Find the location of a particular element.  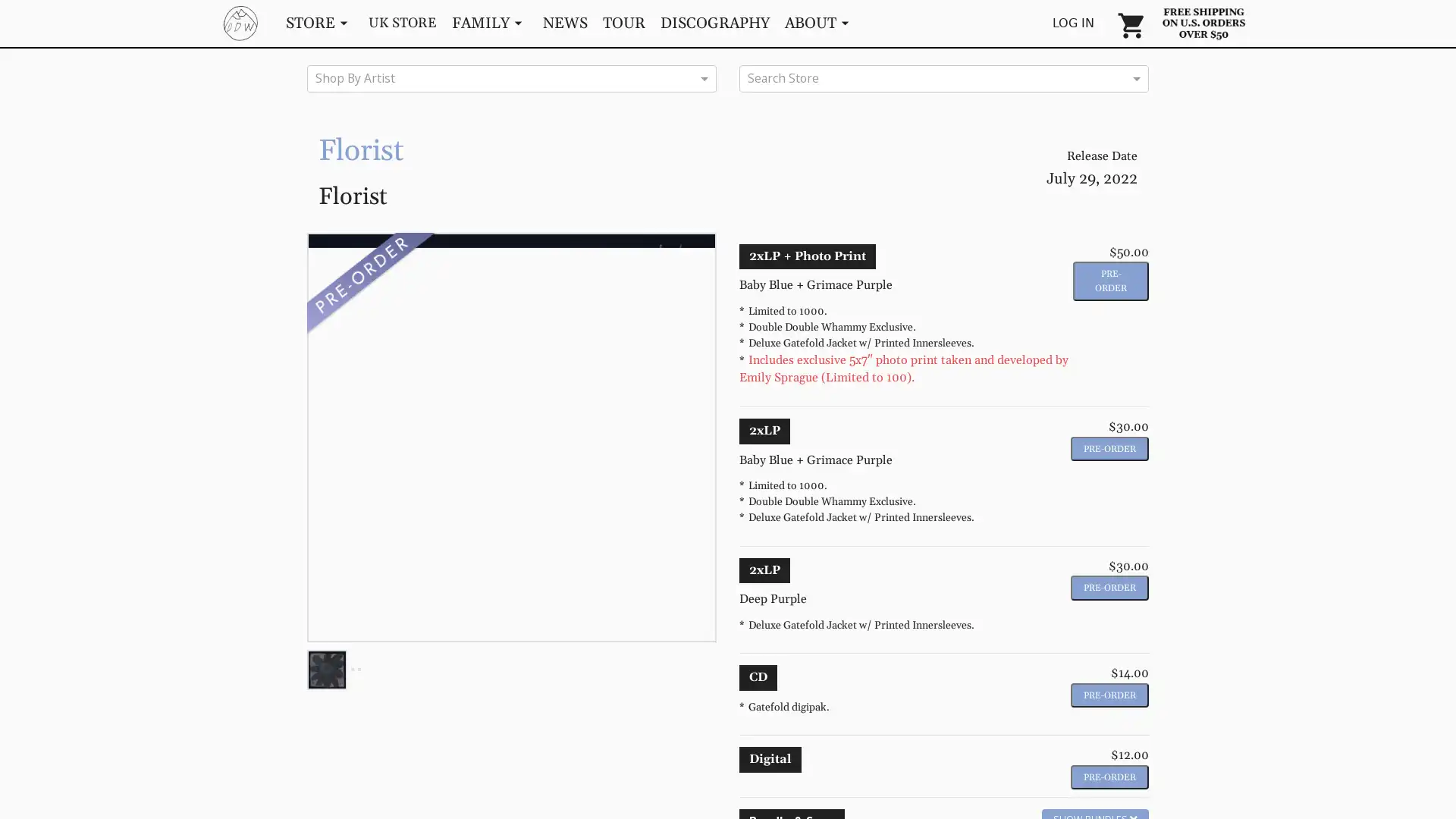

Pre-Order is located at coordinates (1109, 587).